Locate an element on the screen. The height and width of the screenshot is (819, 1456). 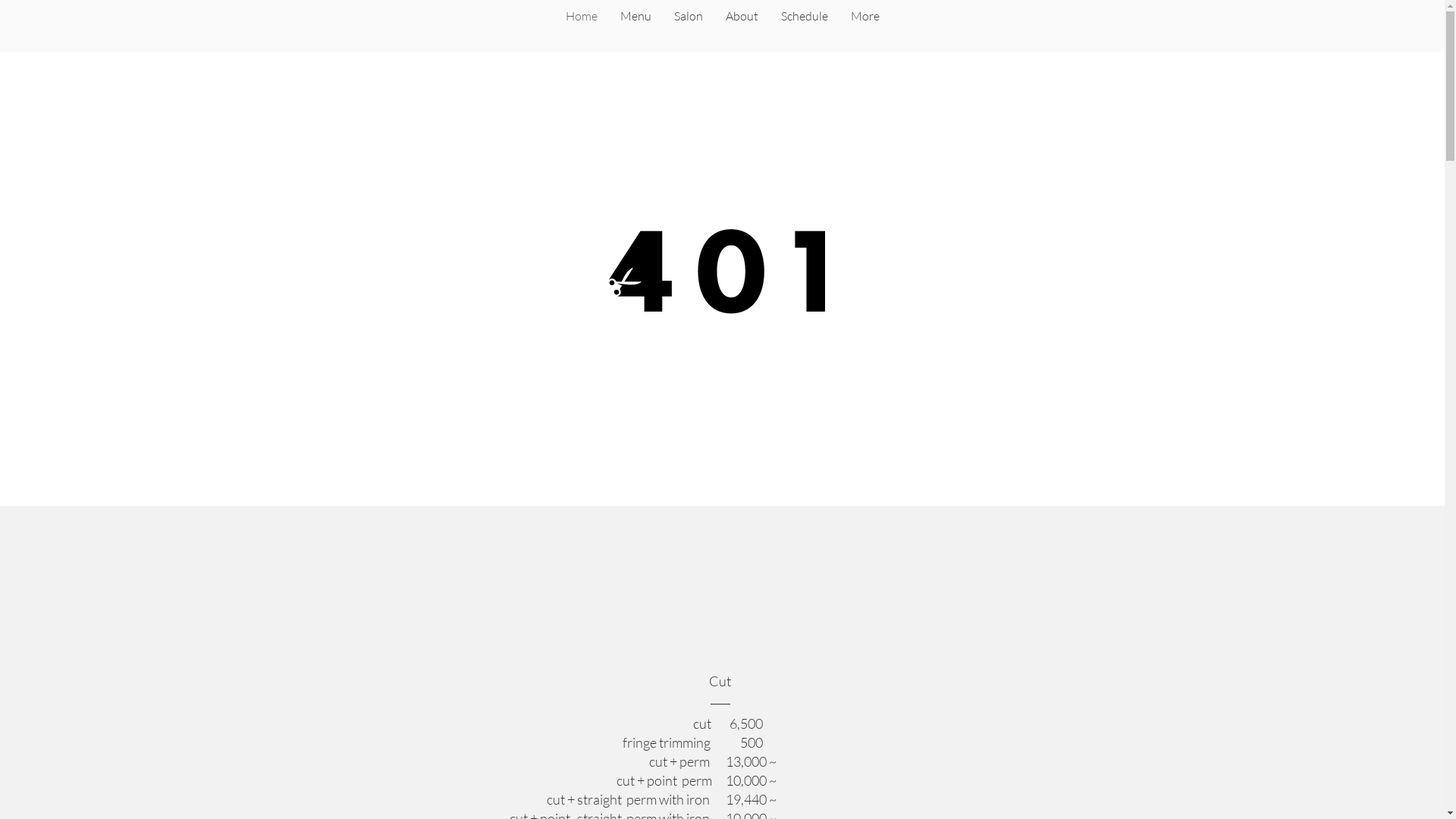
'Schedule' is located at coordinates (768, 26).